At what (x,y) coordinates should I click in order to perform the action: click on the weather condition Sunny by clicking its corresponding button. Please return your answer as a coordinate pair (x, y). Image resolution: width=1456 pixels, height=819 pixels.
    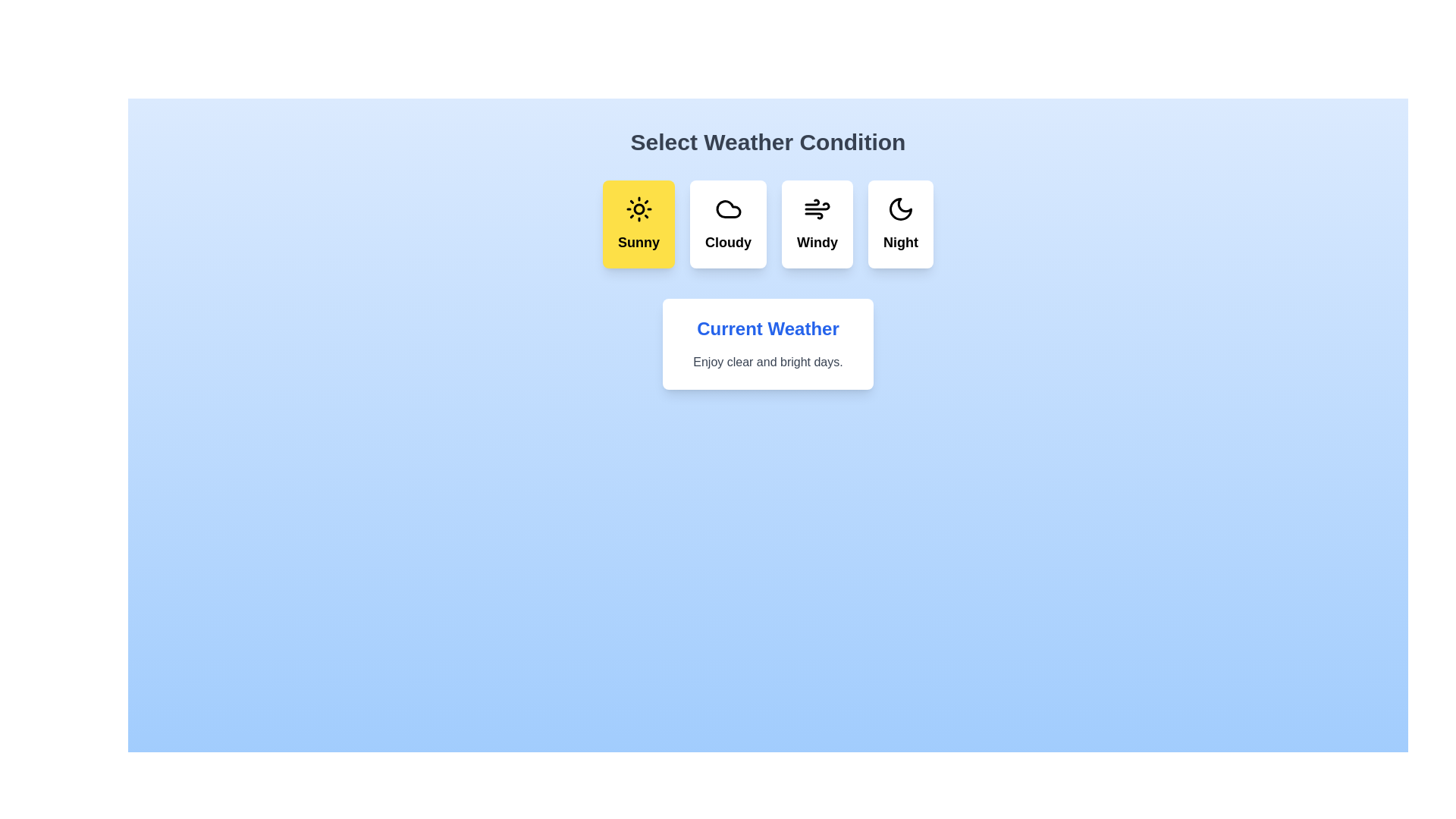
    Looking at the image, I should click on (639, 224).